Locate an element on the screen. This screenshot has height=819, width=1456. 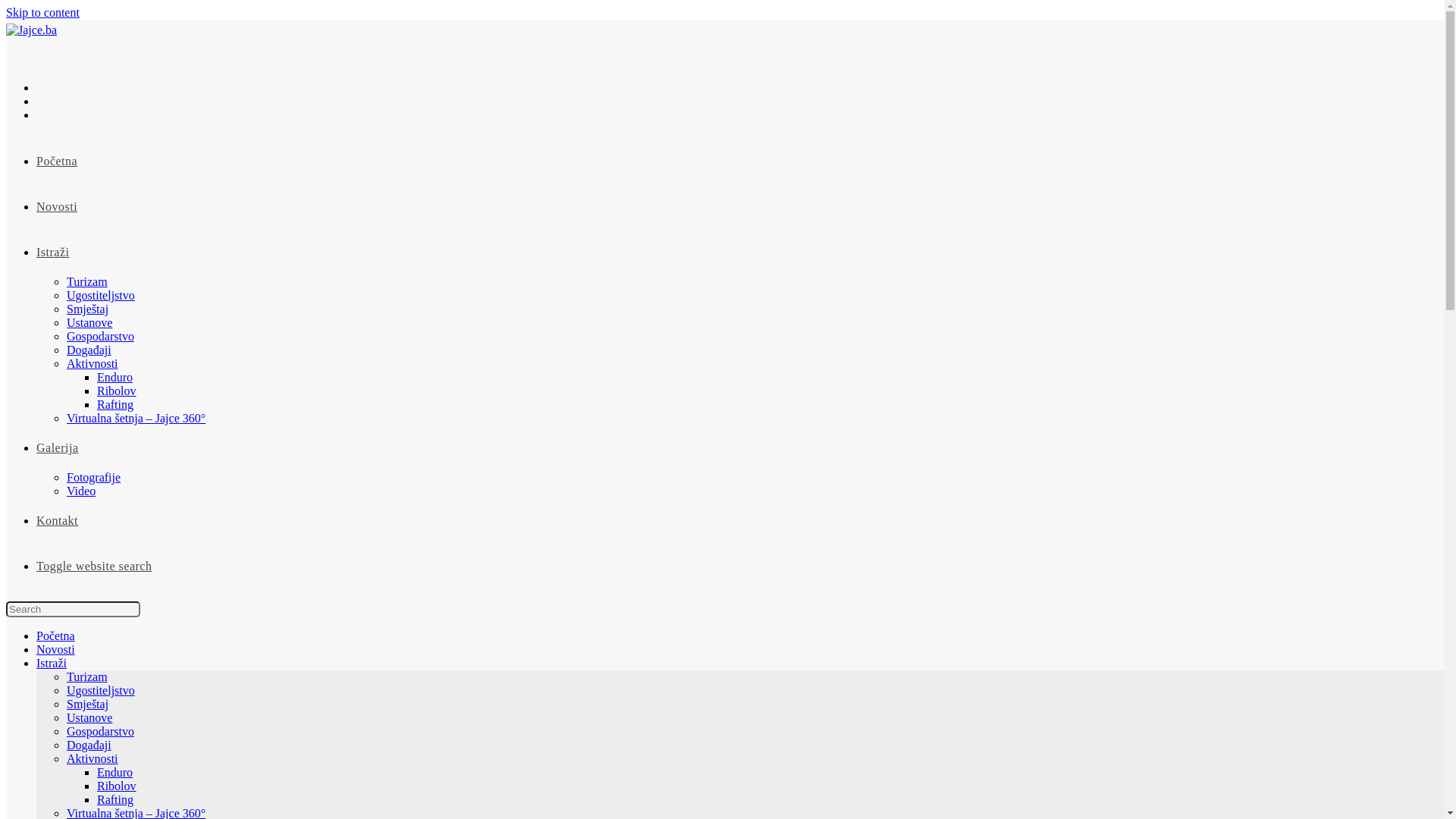
'Ribolov' is located at coordinates (115, 785).